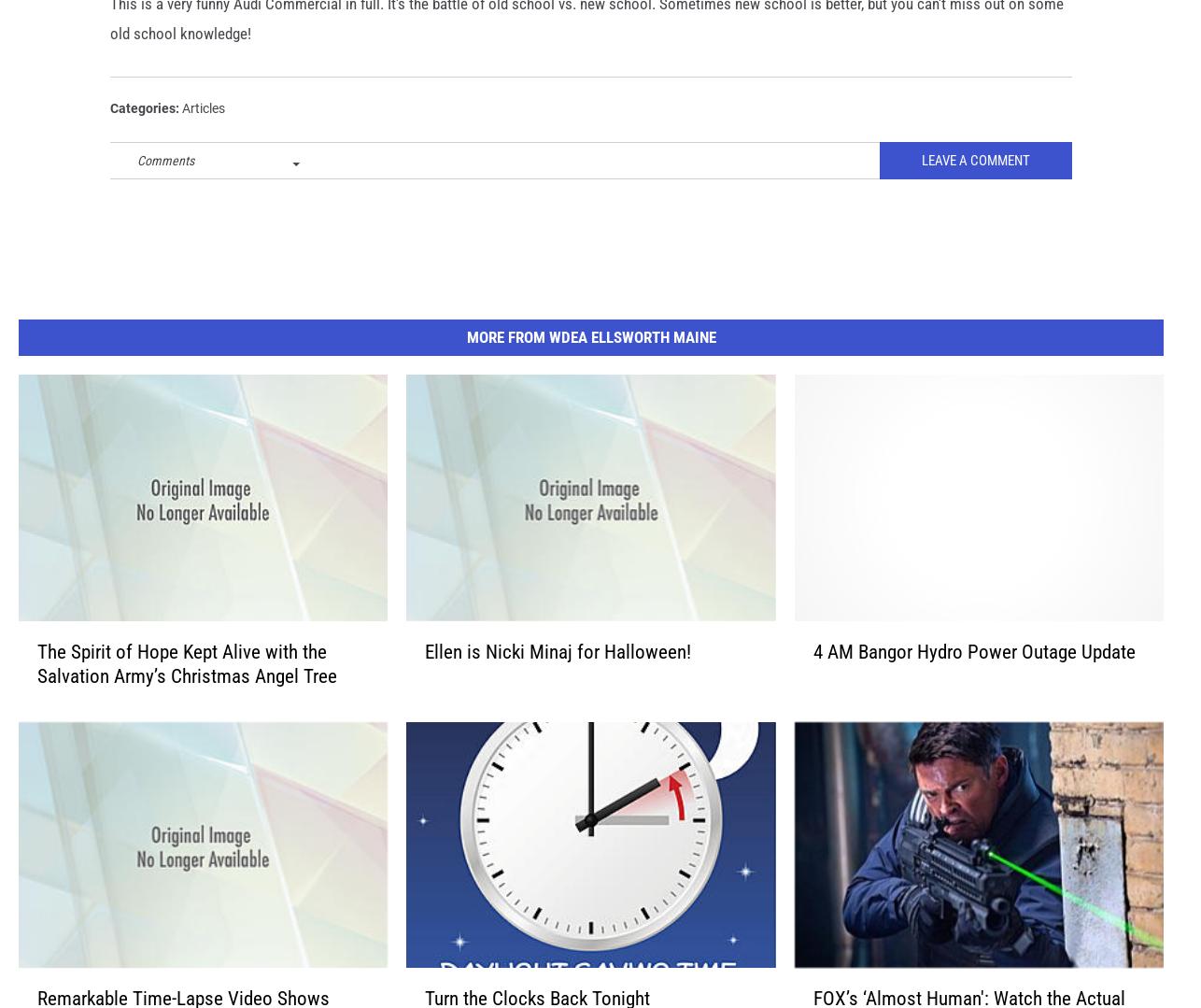  What do you see at coordinates (143, 137) in the screenshot?
I see `'Categories'` at bounding box center [143, 137].